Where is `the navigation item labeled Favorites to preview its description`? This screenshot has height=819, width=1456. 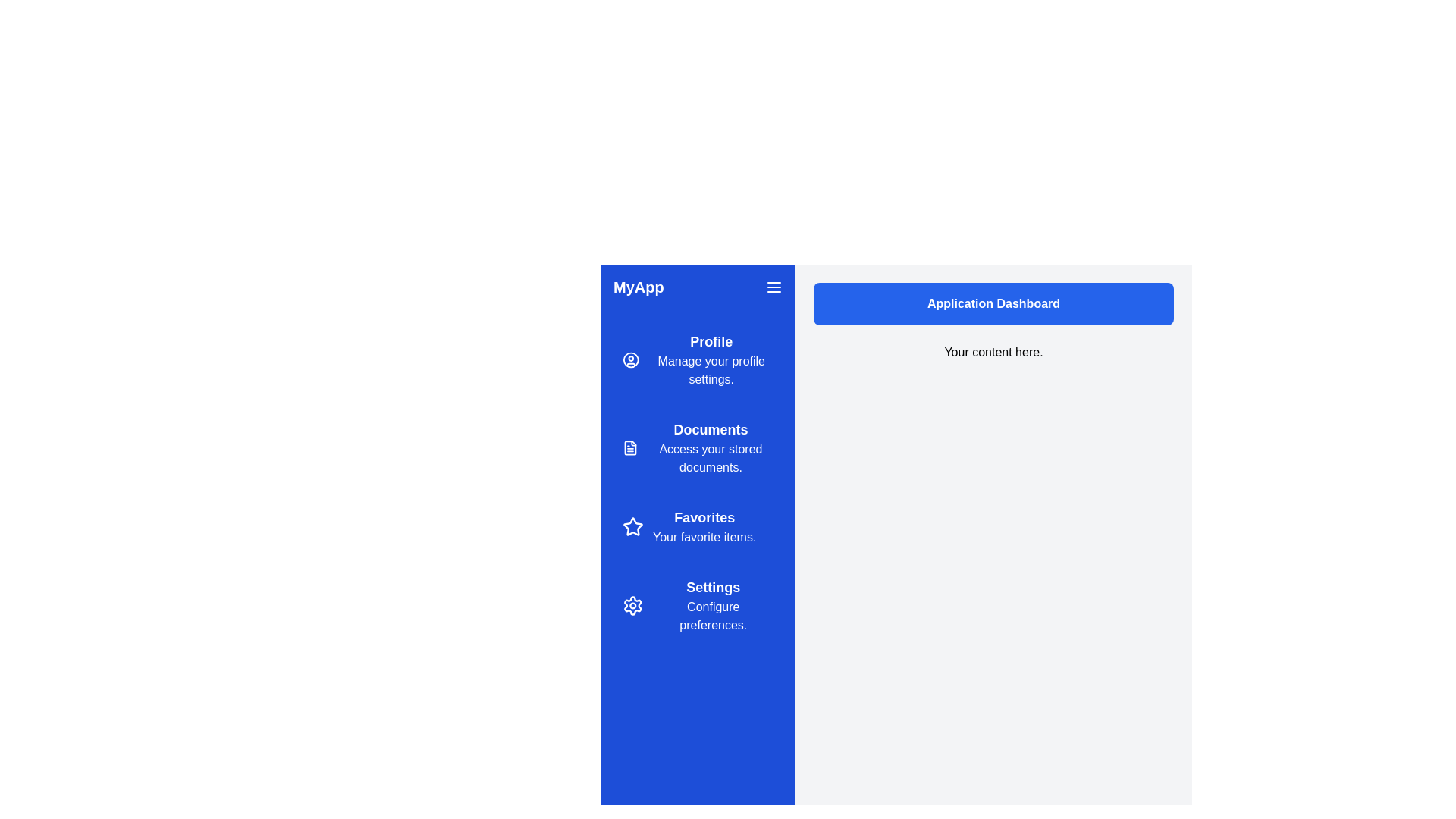 the navigation item labeled Favorites to preview its description is located at coordinates (698, 526).